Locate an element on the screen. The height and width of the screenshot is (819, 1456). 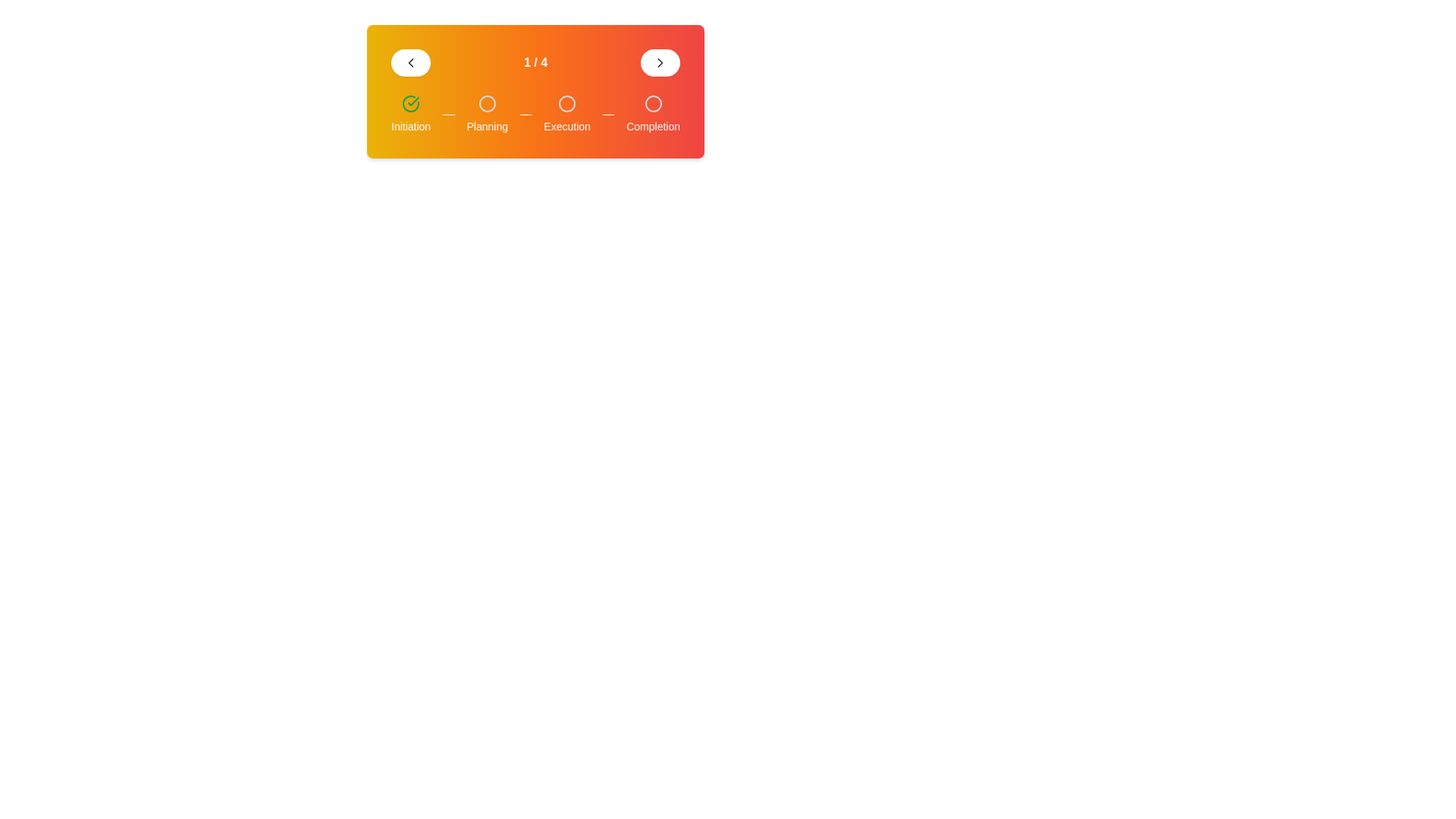
the second circular icon in the multi-step indicator sequence, which is gray-bordered and resembles an unchecked step, located near the top center of the interface is located at coordinates (487, 103).